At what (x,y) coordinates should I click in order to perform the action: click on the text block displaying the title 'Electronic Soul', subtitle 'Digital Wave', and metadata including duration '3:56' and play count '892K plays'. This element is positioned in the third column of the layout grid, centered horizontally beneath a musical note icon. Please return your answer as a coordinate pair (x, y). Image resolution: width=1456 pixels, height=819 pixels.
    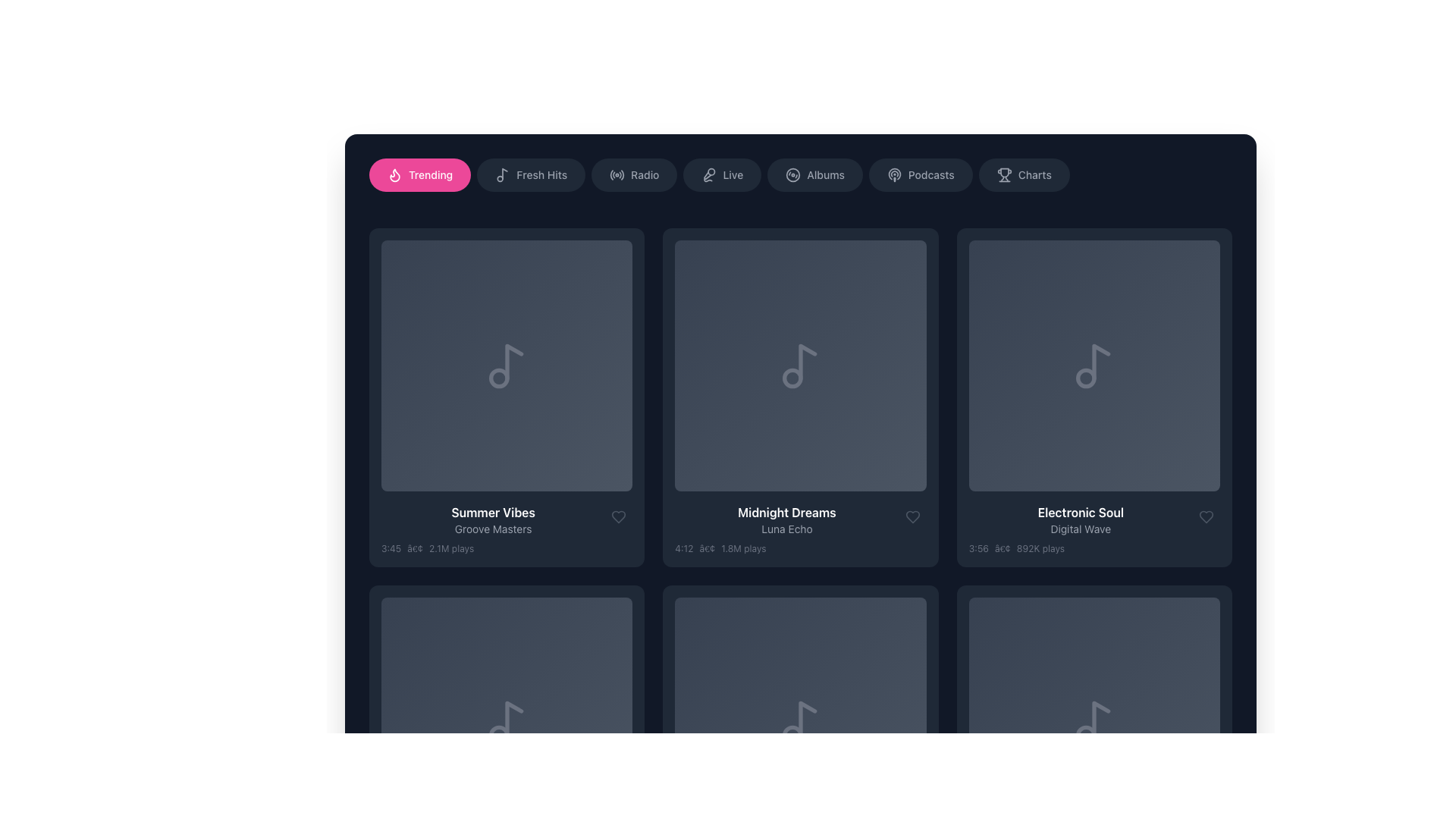
    Looking at the image, I should click on (1080, 529).